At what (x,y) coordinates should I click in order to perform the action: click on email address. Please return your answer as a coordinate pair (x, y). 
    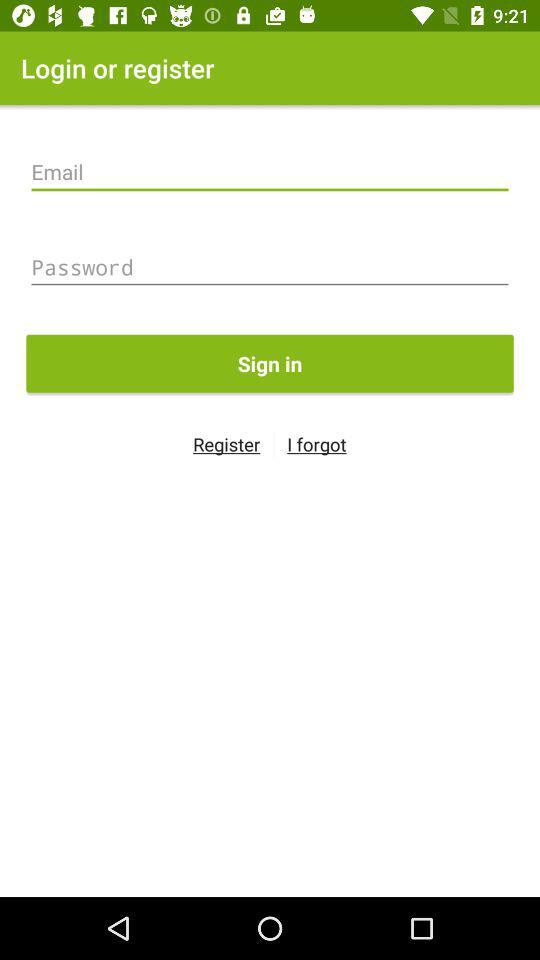
    Looking at the image, I should click on (270, 171).